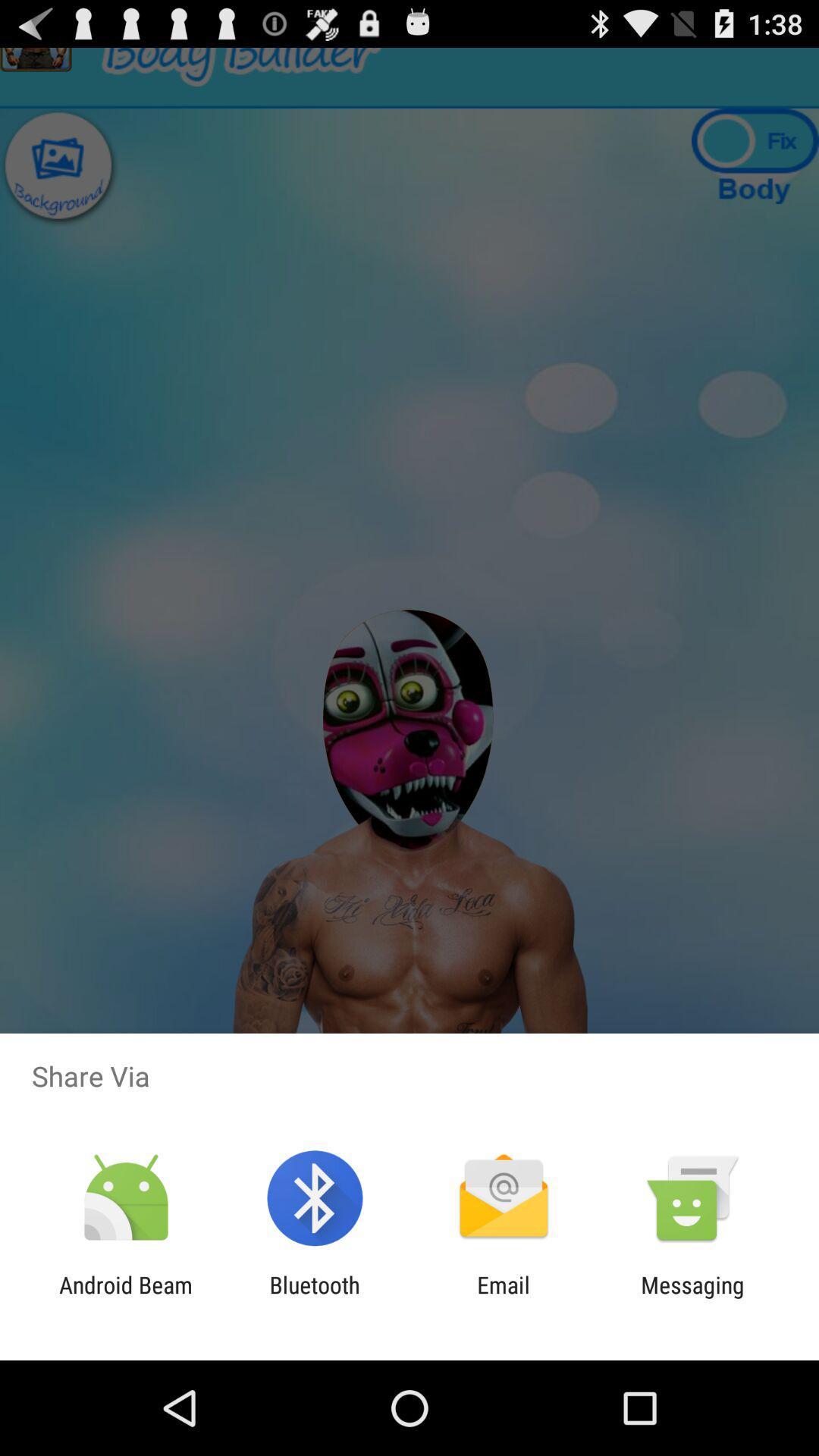  Describe the element at coordinates (504, 1298) in the screenshot. I see `the icon next to bluetooth app` at that location.